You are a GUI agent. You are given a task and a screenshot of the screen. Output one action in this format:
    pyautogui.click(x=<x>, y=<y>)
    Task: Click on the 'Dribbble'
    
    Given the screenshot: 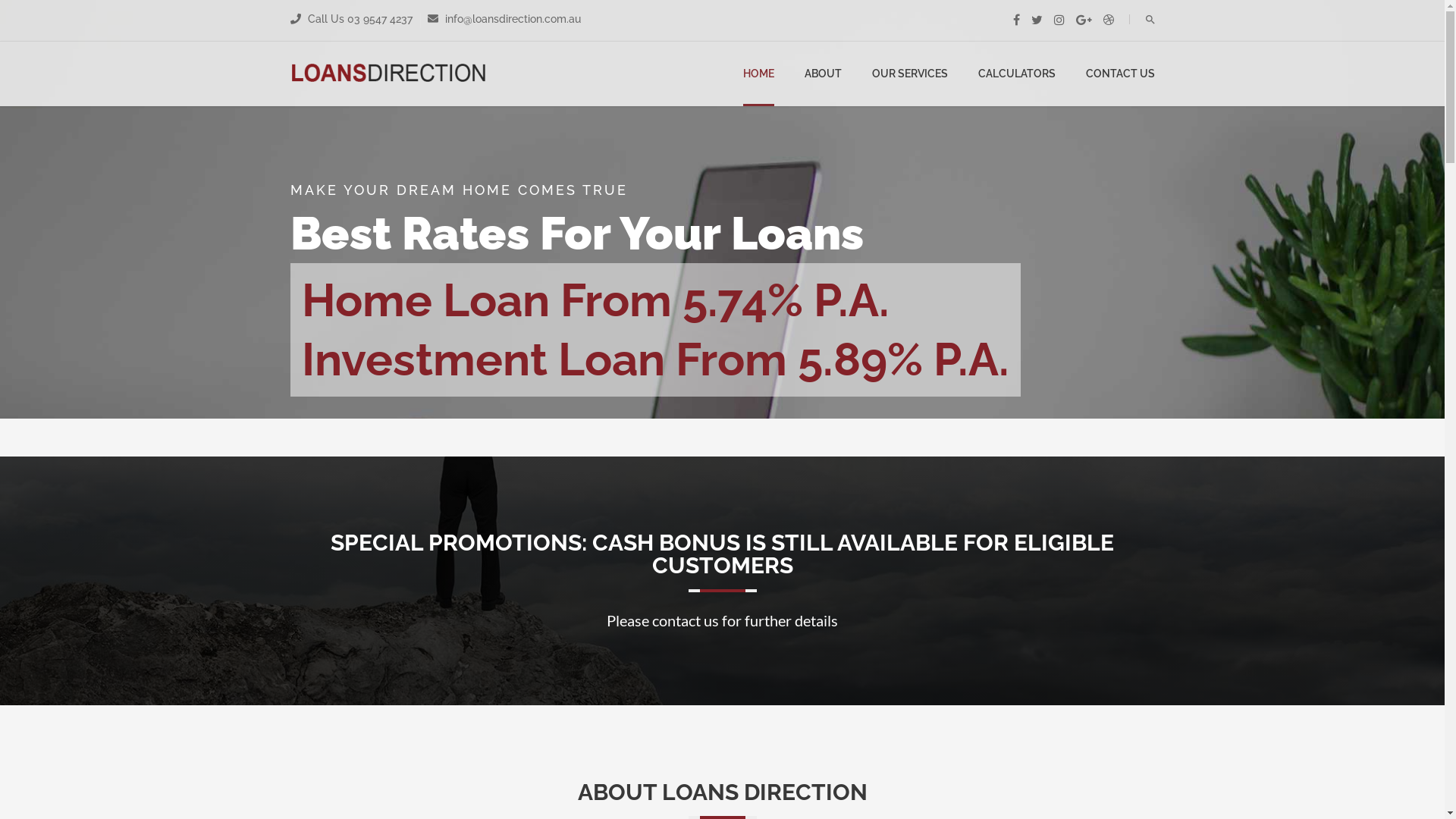 What is the action you would take?
    pyautogui.click(x=1103, y=20)
    